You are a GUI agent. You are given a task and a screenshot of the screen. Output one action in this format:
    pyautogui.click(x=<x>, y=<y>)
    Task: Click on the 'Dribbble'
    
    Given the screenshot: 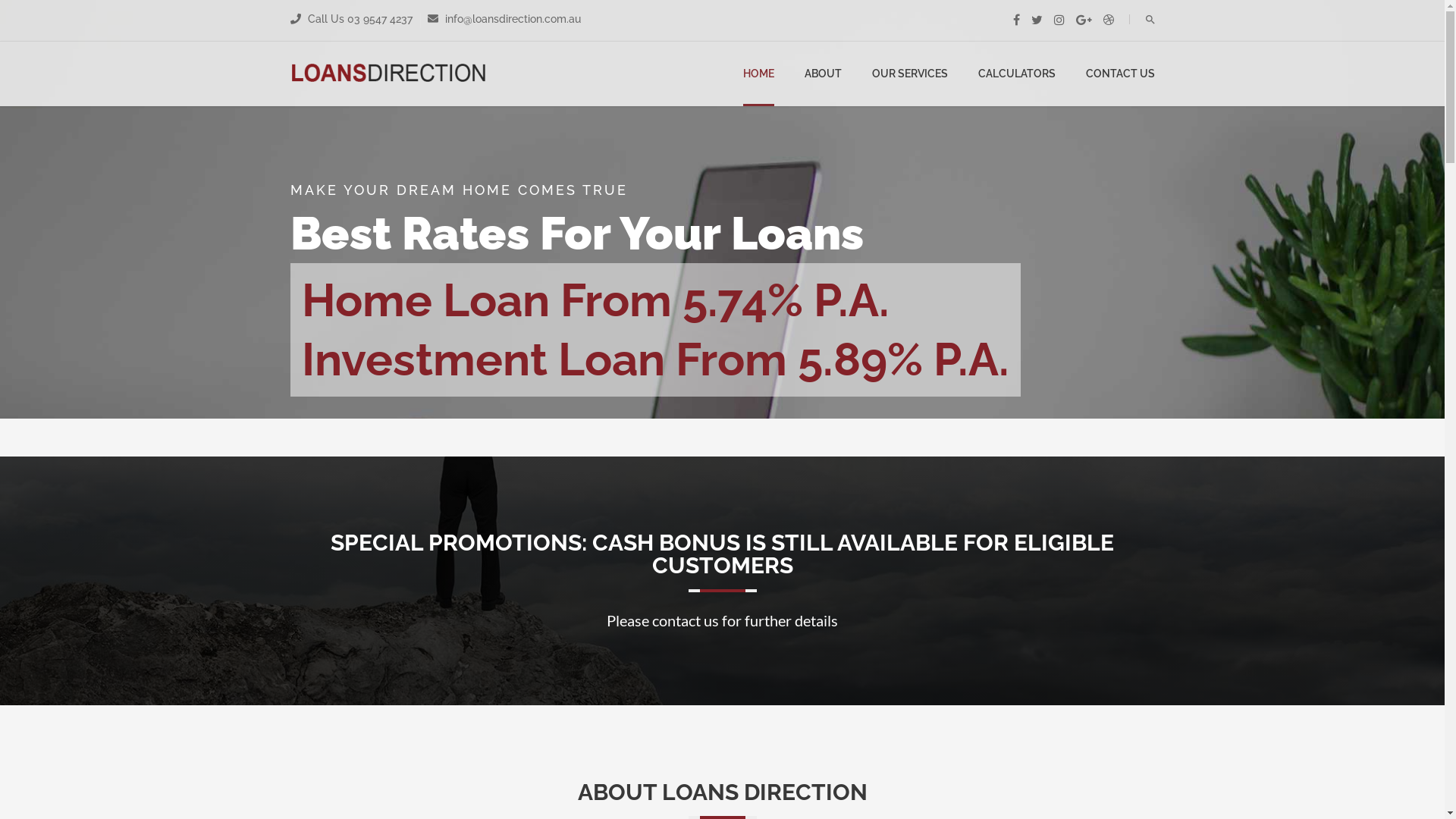 What is the action you would take?
    pyautogui.click(x=1103, y=20)
    